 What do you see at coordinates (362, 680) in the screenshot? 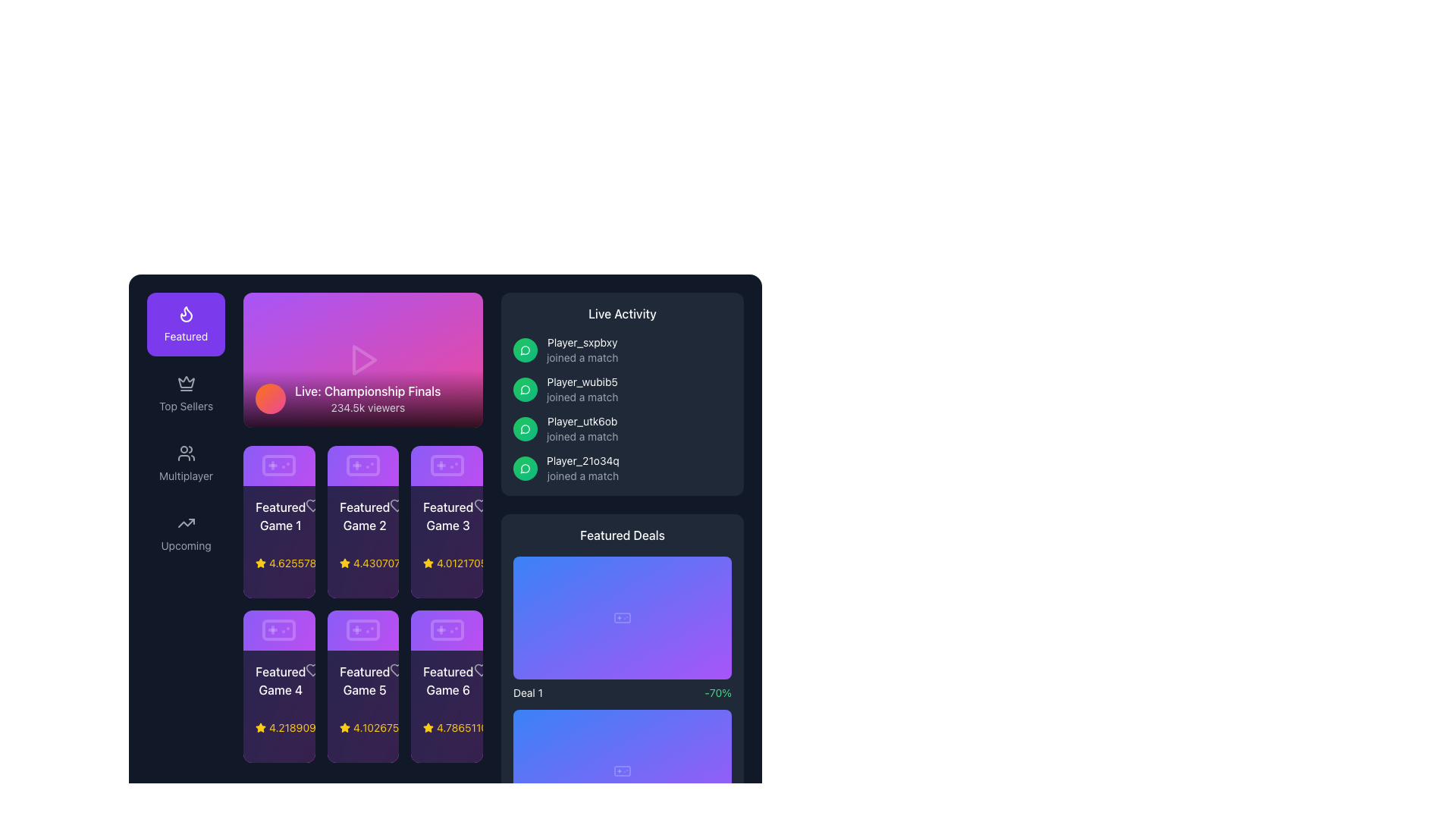
I see `the title text element of the middle card in the second row of the featured games section, which indicates the name of the game` at bounding box center [362, 680].